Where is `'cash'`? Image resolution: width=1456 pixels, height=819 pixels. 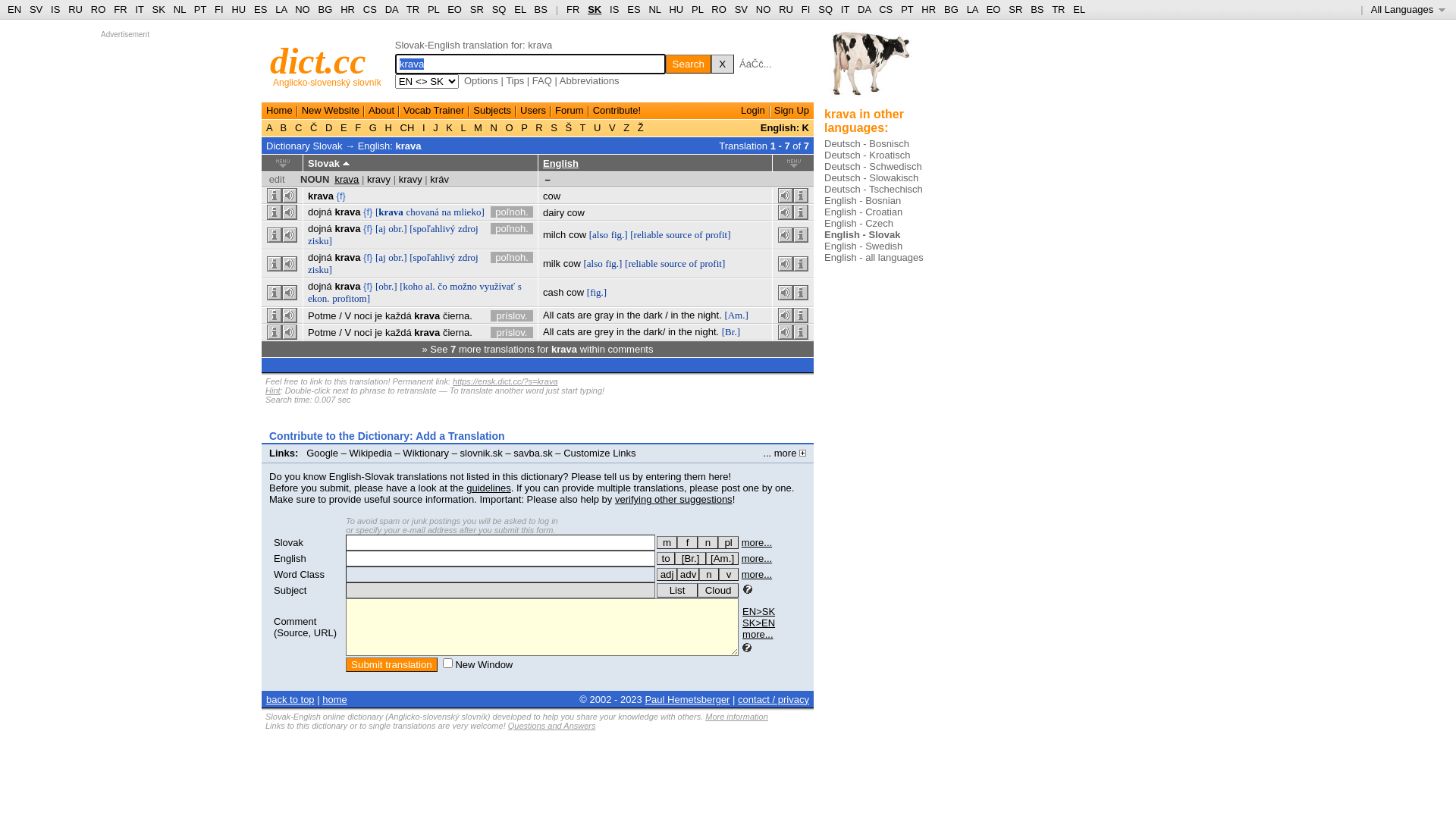 'cash' is located at coordinates (552, 292).